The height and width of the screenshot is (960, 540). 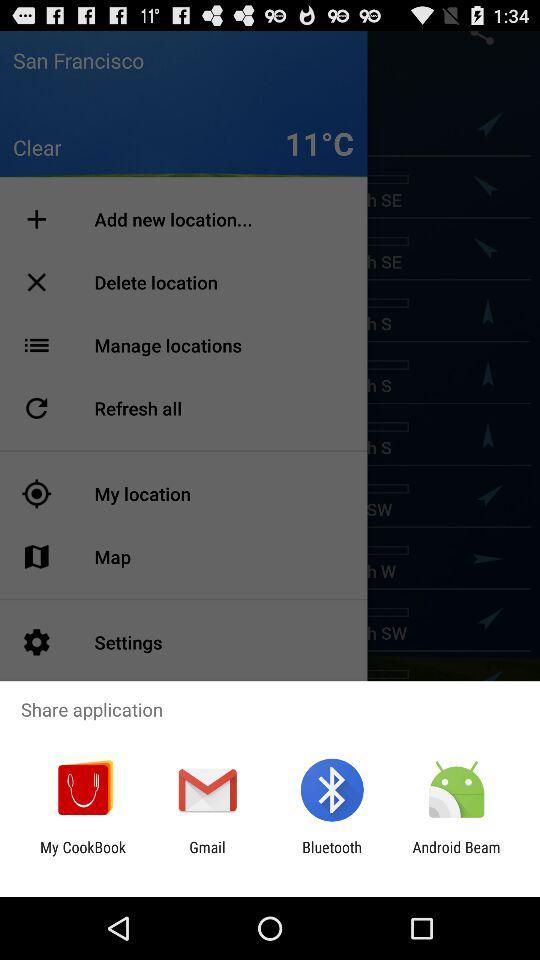 I want to click on the icon to the right of the my cookbook item, so click(x=206, y=855).